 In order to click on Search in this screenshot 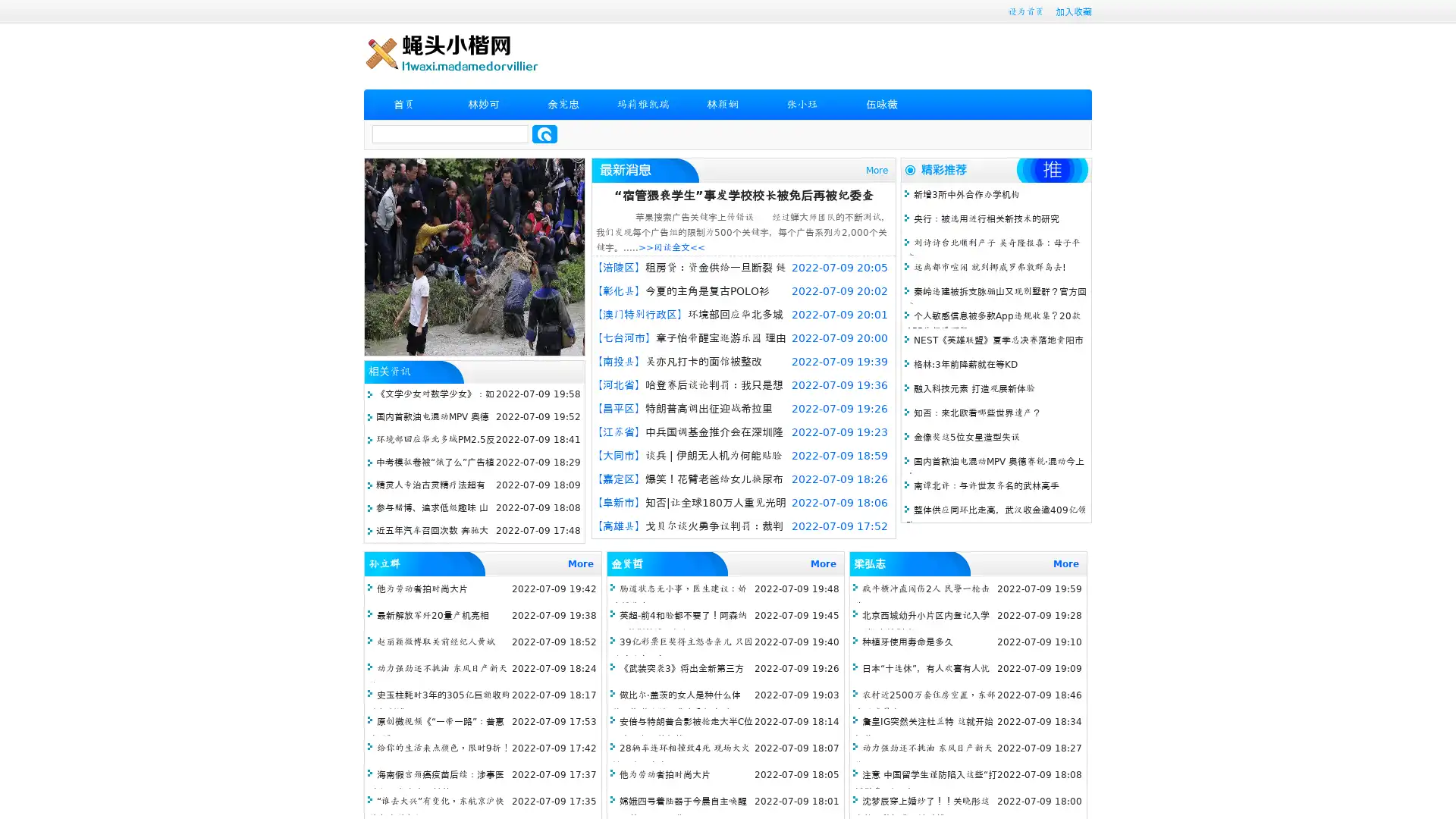, I will do `click(544, 133)`.